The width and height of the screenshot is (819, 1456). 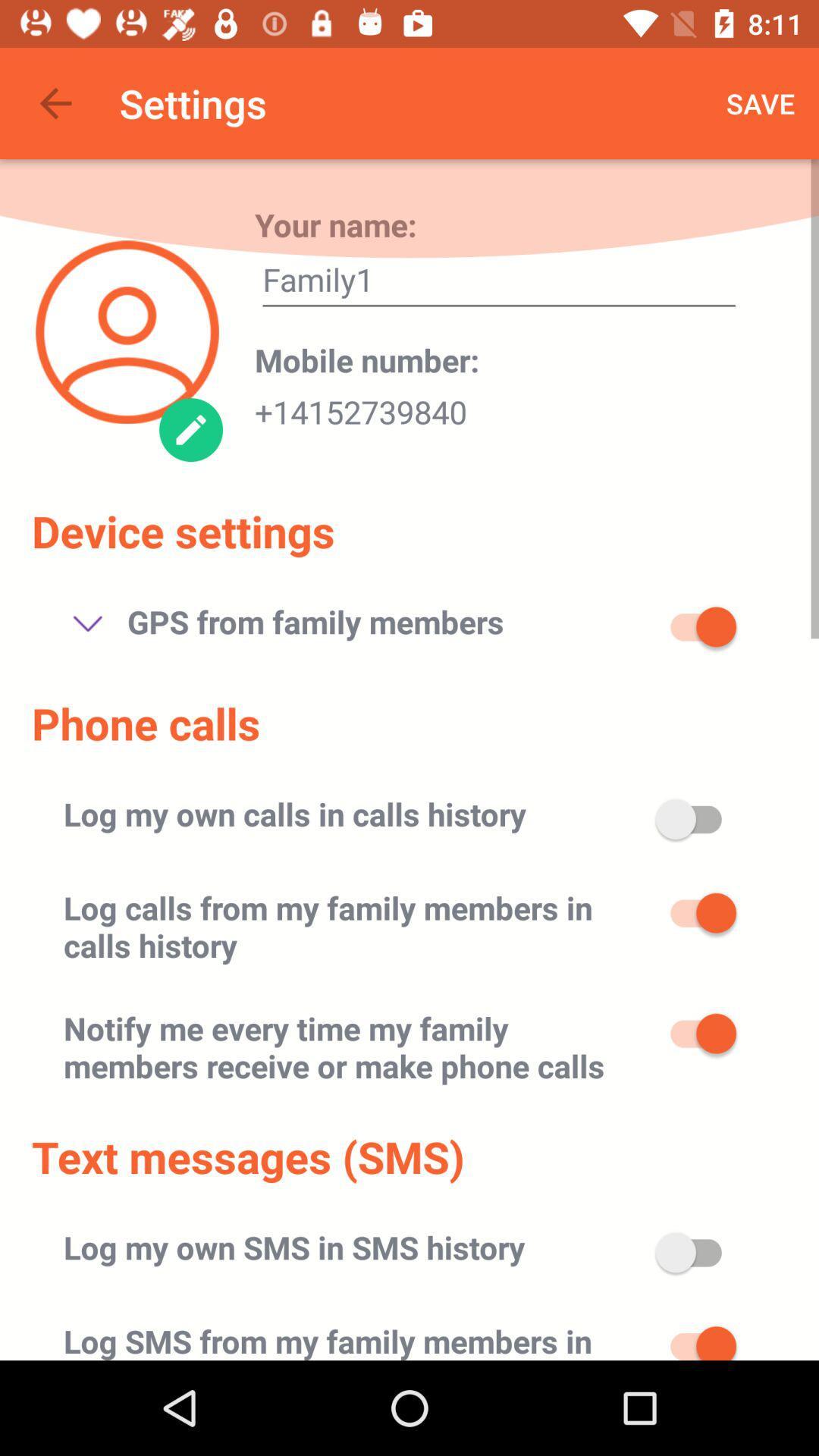 What do you see at coordinates (55, 102) in the screenshot?
I see `item next to settings` at bounding box center [55, 102].